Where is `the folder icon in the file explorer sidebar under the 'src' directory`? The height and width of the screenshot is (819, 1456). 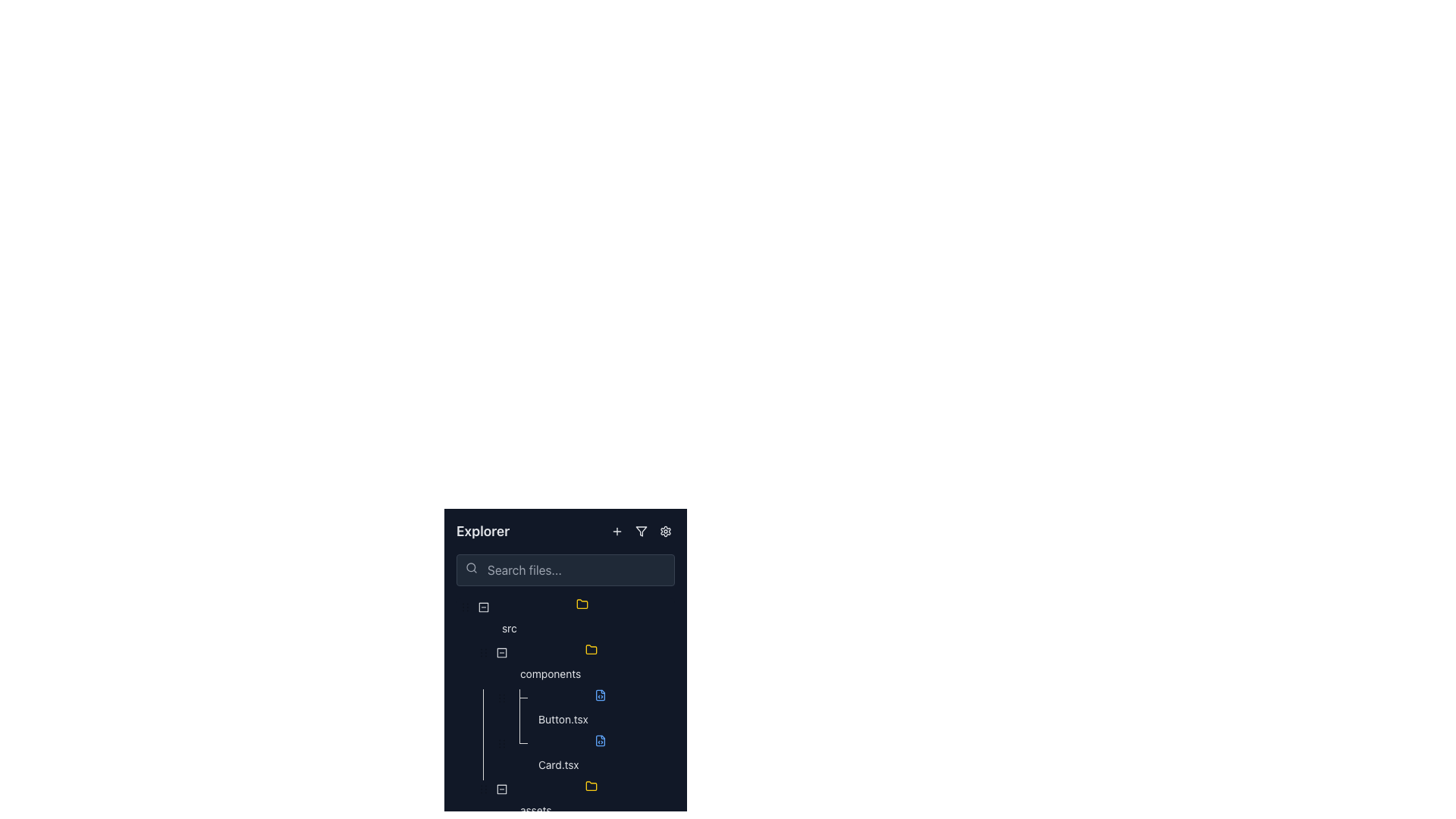 the folder icon in the file explorer sidebar under the 'src' directory is located at coordinates (590, 648).